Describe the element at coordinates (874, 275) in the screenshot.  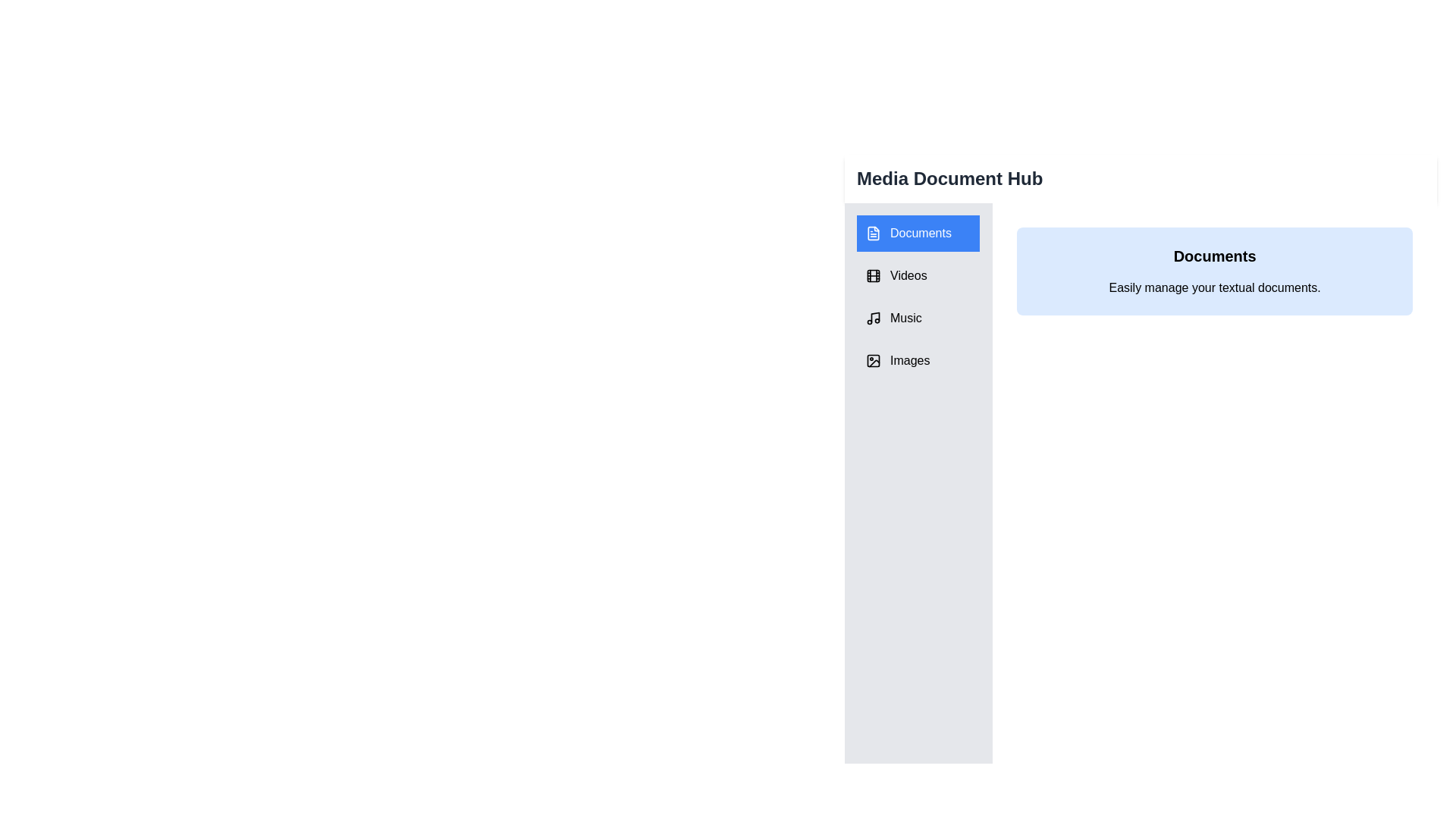
I see `the icon associated with the tab Videos` at that location.